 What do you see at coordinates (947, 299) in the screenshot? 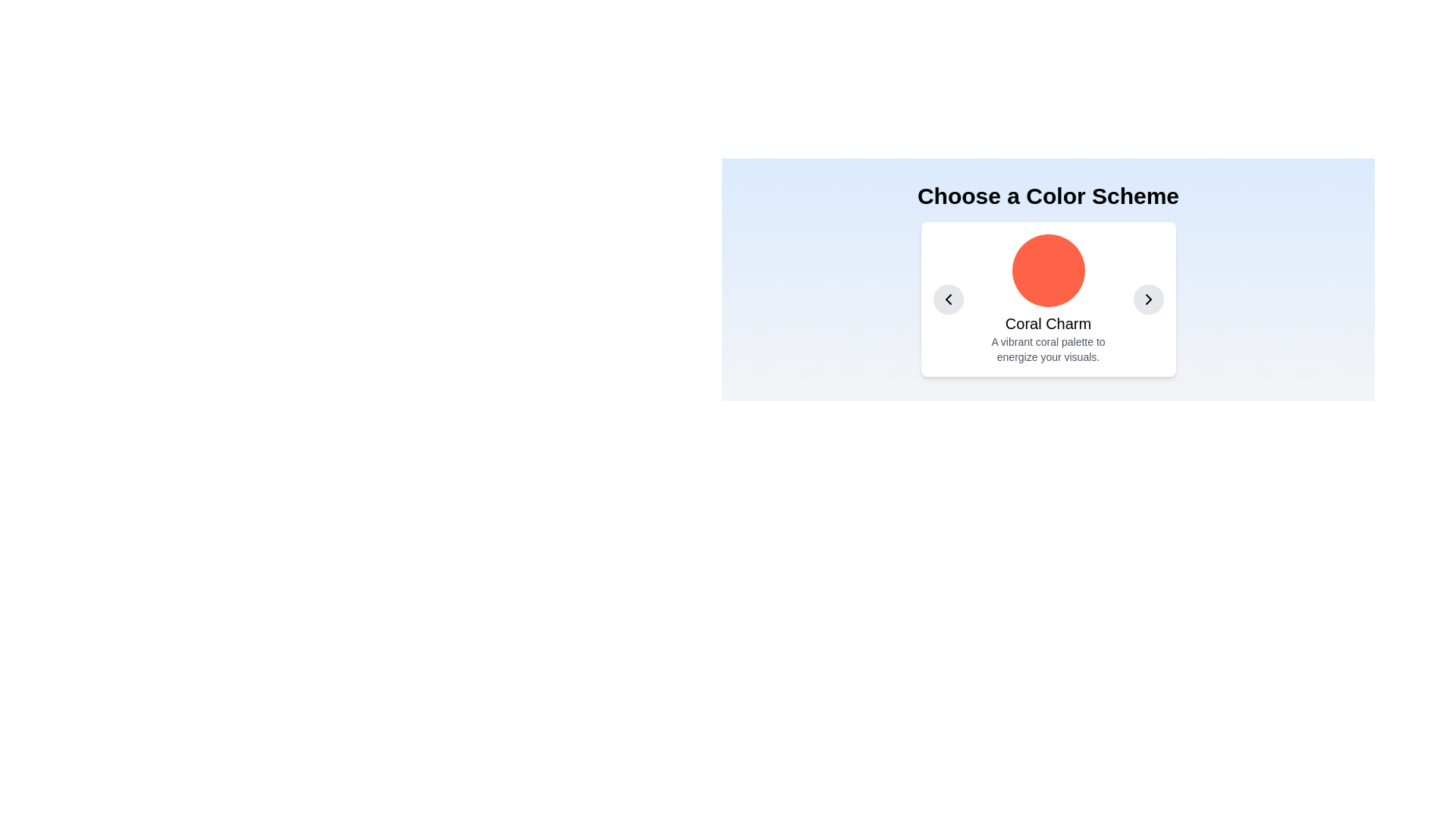
I see `the Left Arrow icon` at bounding box center [947, 299].